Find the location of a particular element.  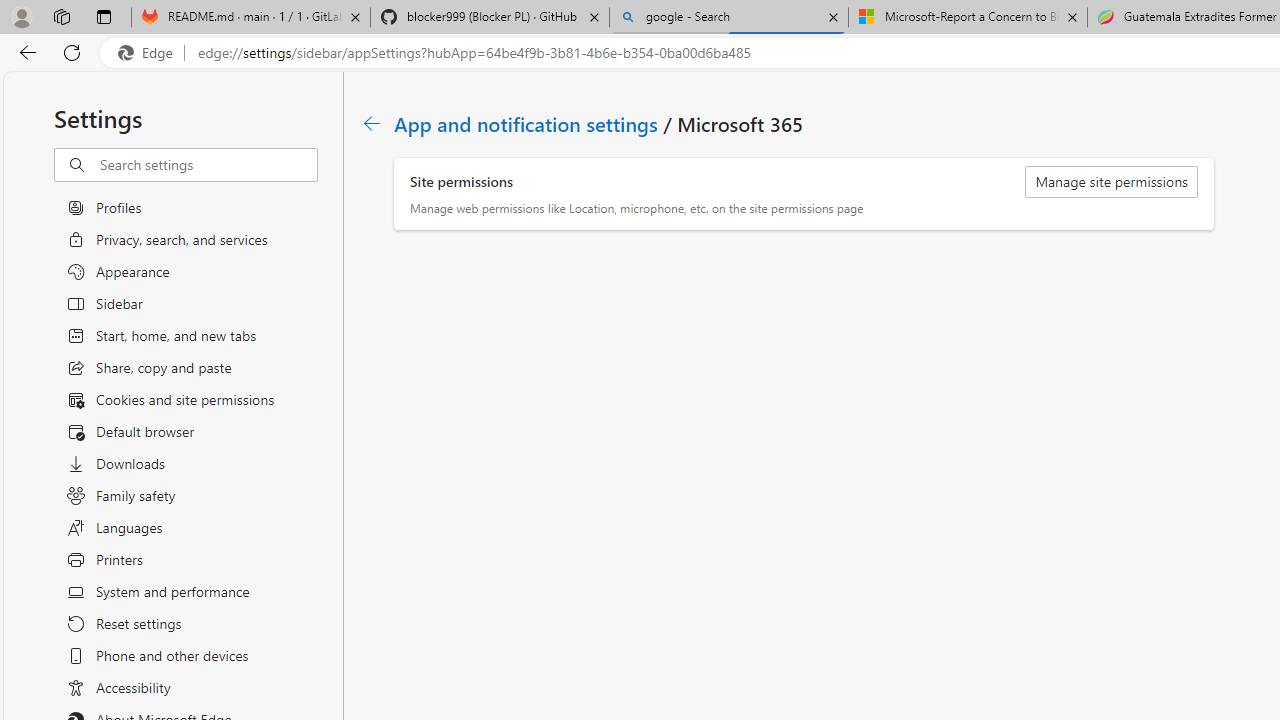

'Microsoft-Report a Concern to Bing' is located at coordinates (967, 17).